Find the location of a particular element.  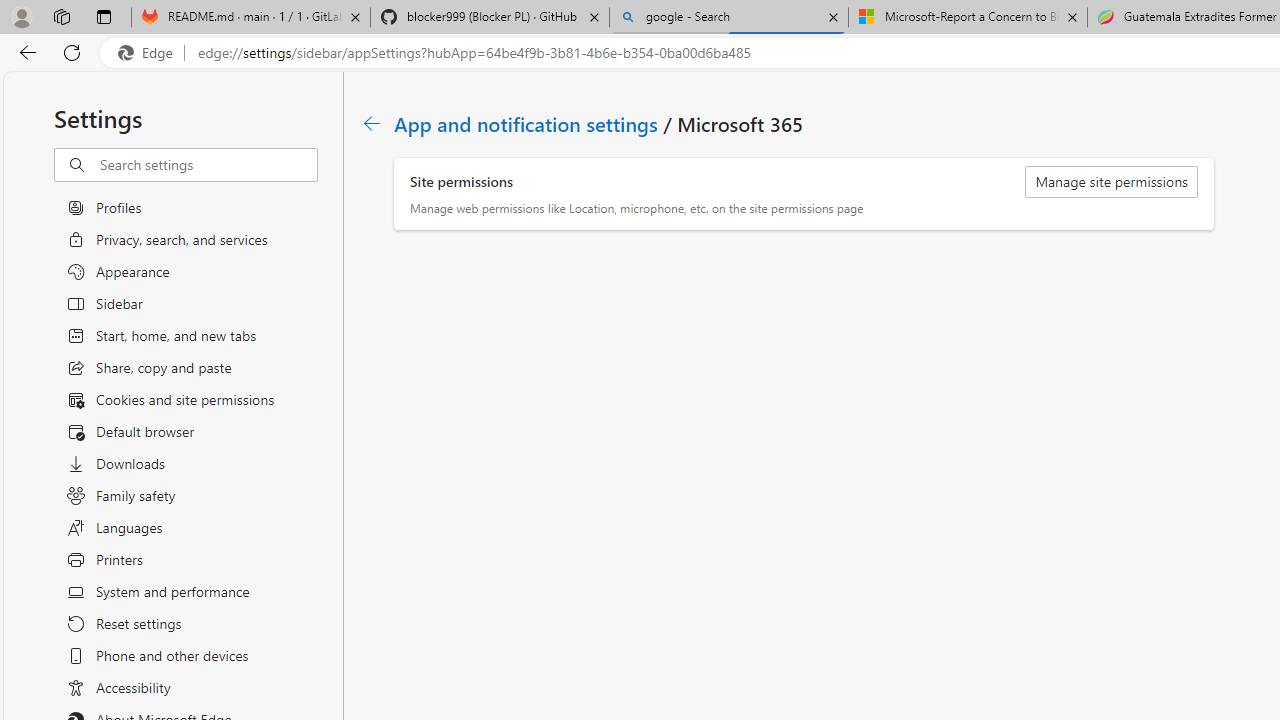

'Microsoft-Report a Concern to Bing' is located at coordinates (967, 17).